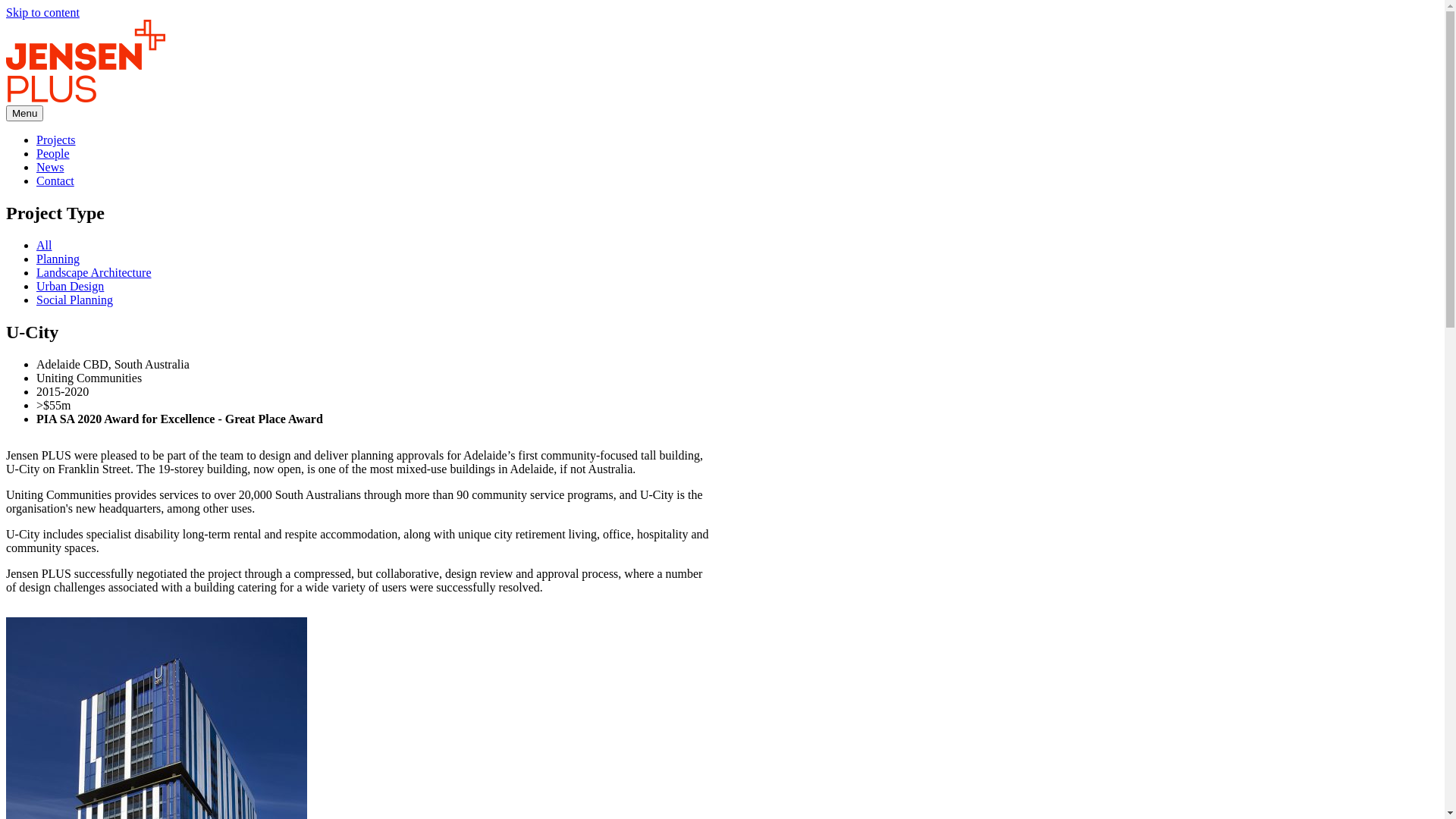 Image resolution: width=1456 pixels, height=819 pixels. I want to click on 'Menu', so click(24, 112).